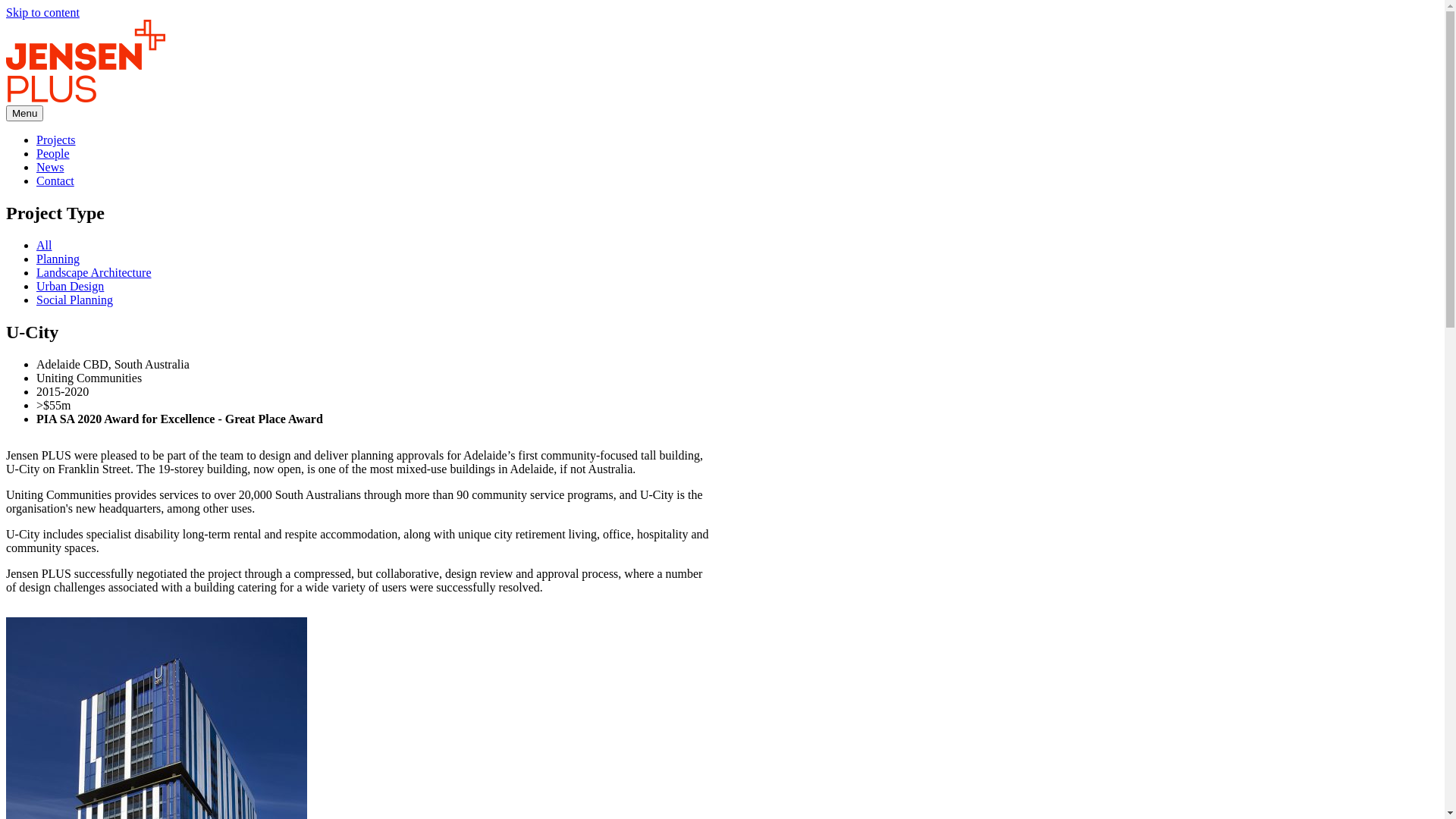 Image resolution: width=1456 pixels, height=819 pixels. I want to click on 'Menu', so click(24, 112).